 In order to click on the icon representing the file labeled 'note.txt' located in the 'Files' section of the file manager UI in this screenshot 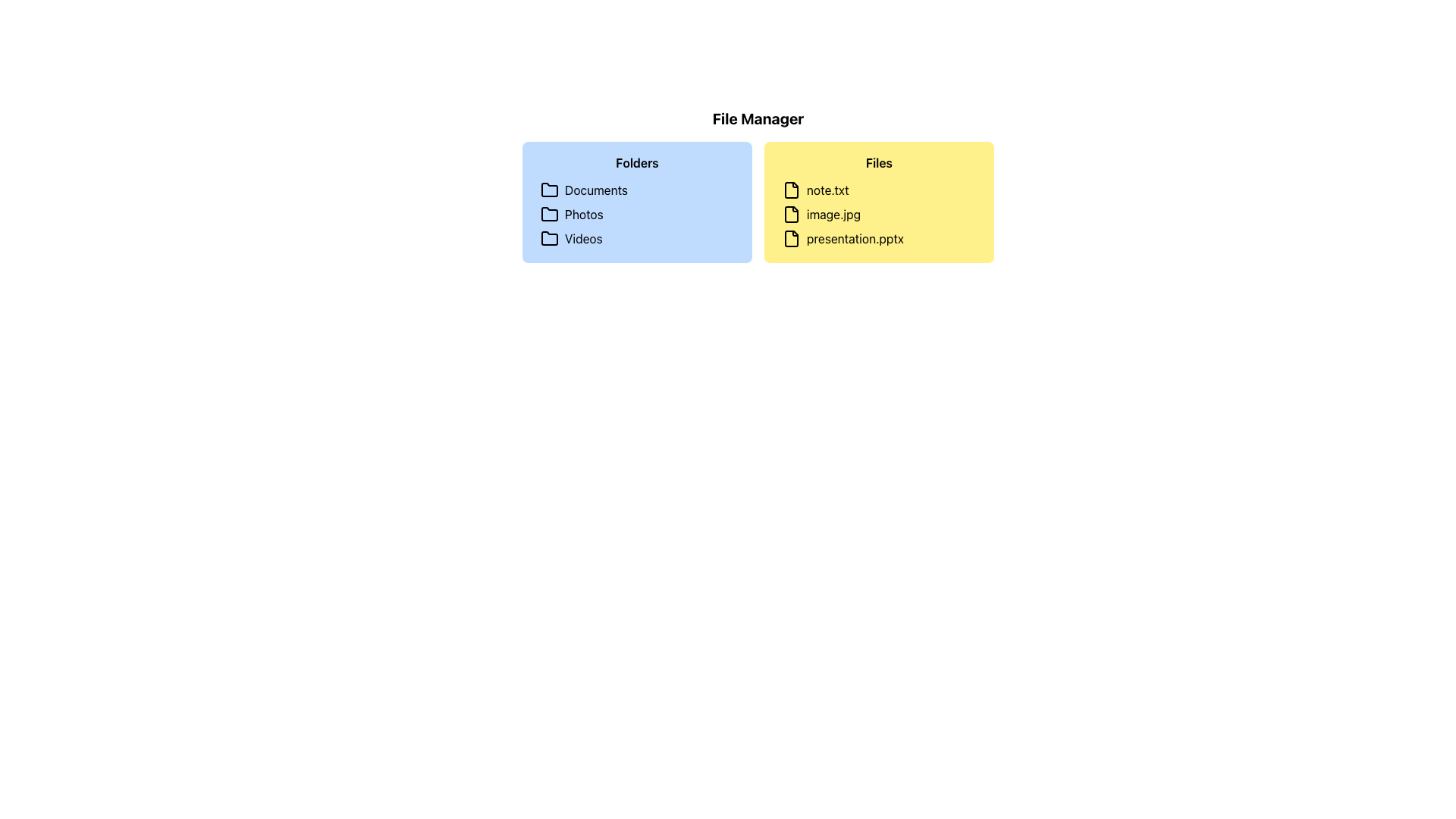, I will do `click(790, 189)`.